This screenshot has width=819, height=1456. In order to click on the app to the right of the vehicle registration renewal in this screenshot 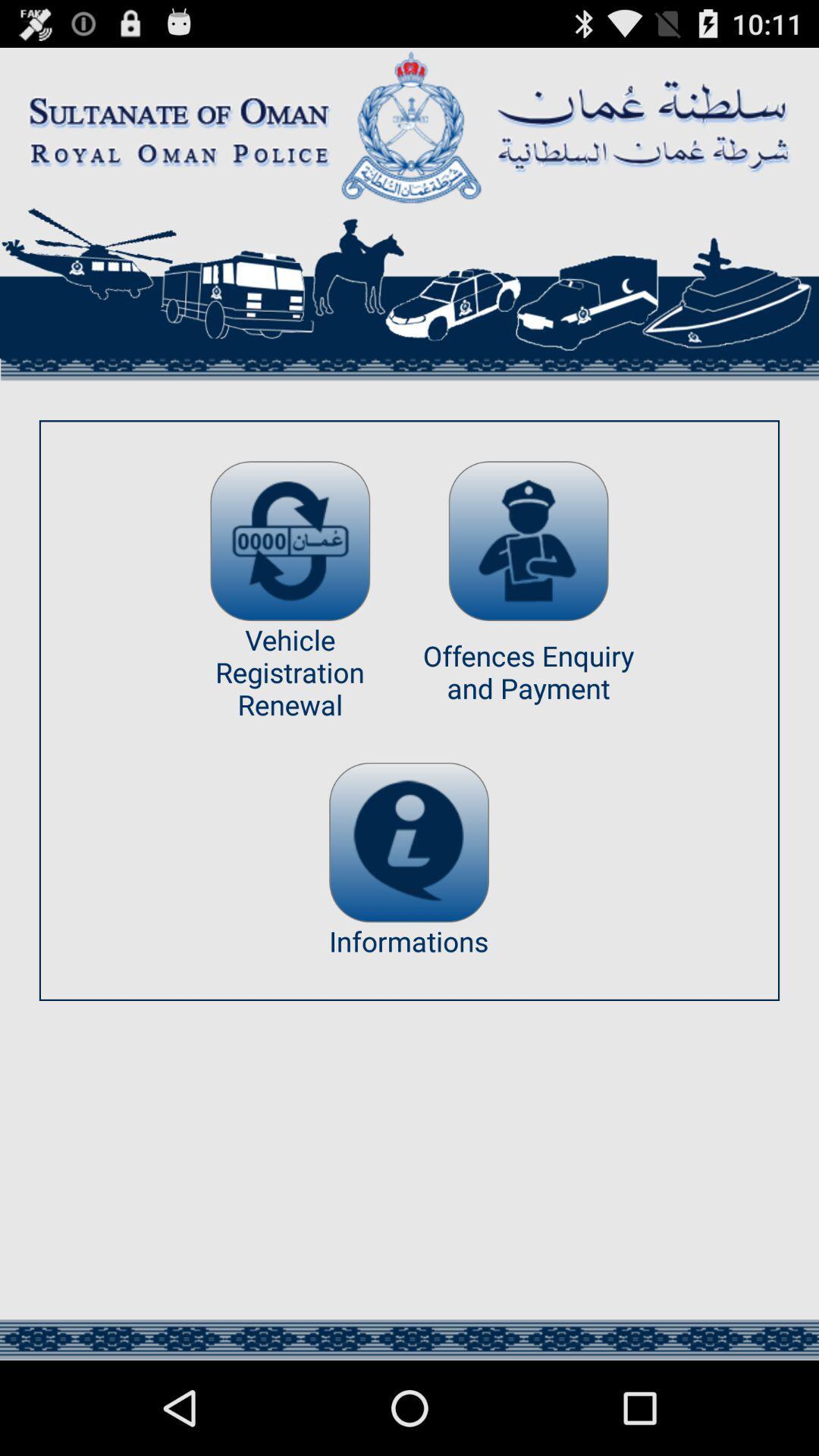, I will do `click(528, 541)`.